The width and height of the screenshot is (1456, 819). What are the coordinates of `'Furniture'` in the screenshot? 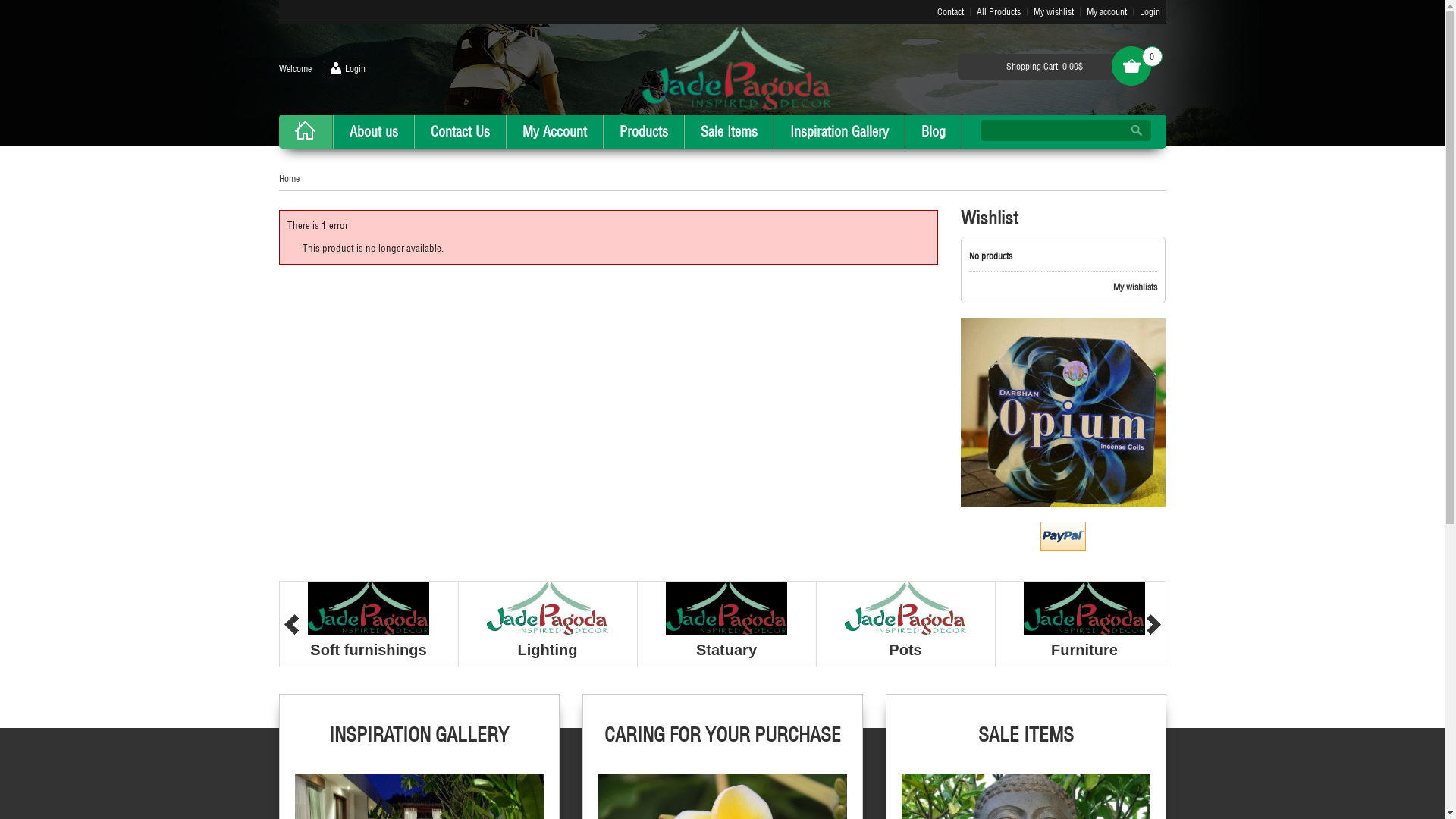 It's located at (1084, 648).